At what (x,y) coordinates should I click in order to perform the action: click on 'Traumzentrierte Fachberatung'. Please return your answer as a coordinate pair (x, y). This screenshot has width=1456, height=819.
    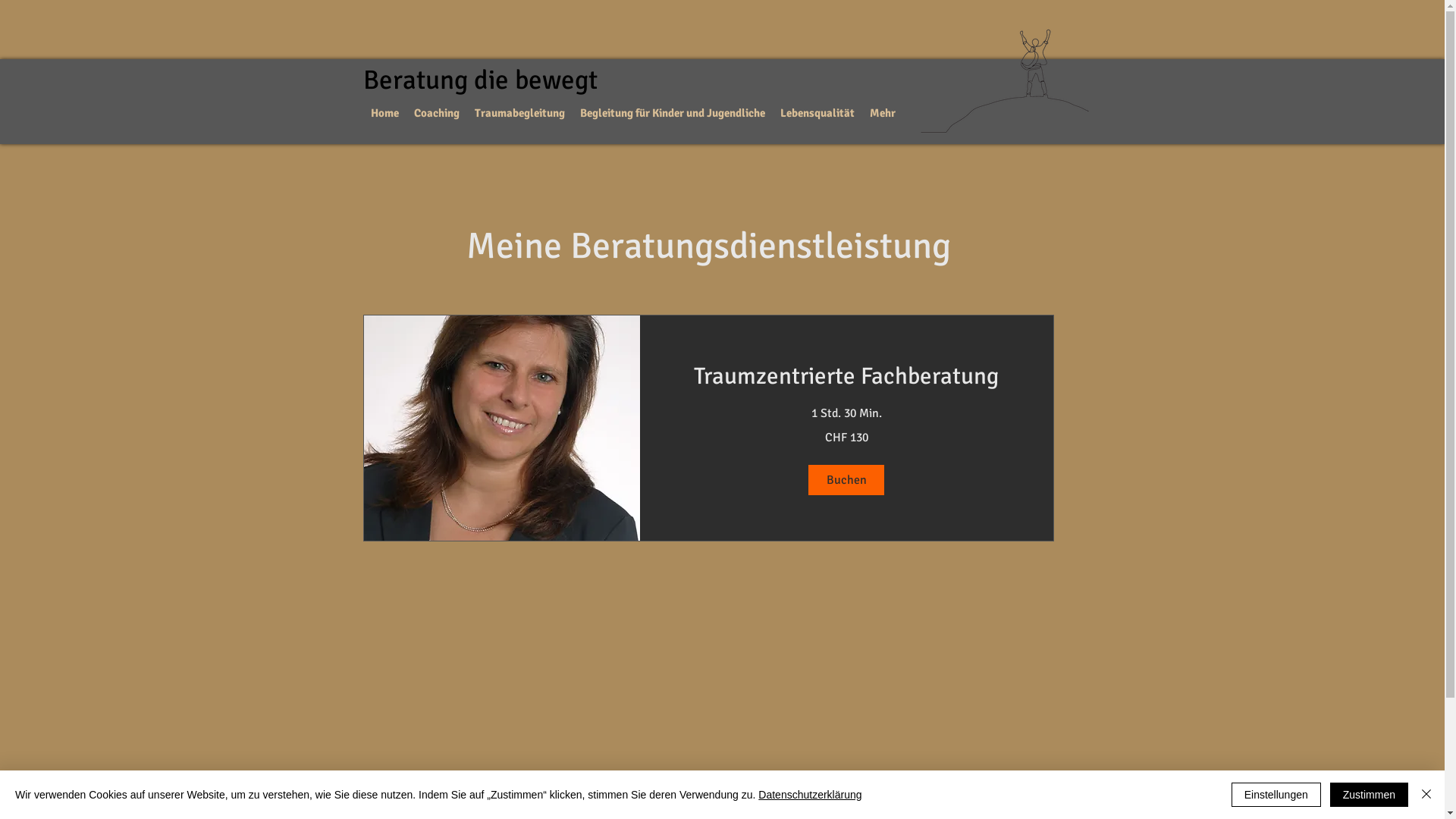
    Looking at the image, I should click on (845, 375).